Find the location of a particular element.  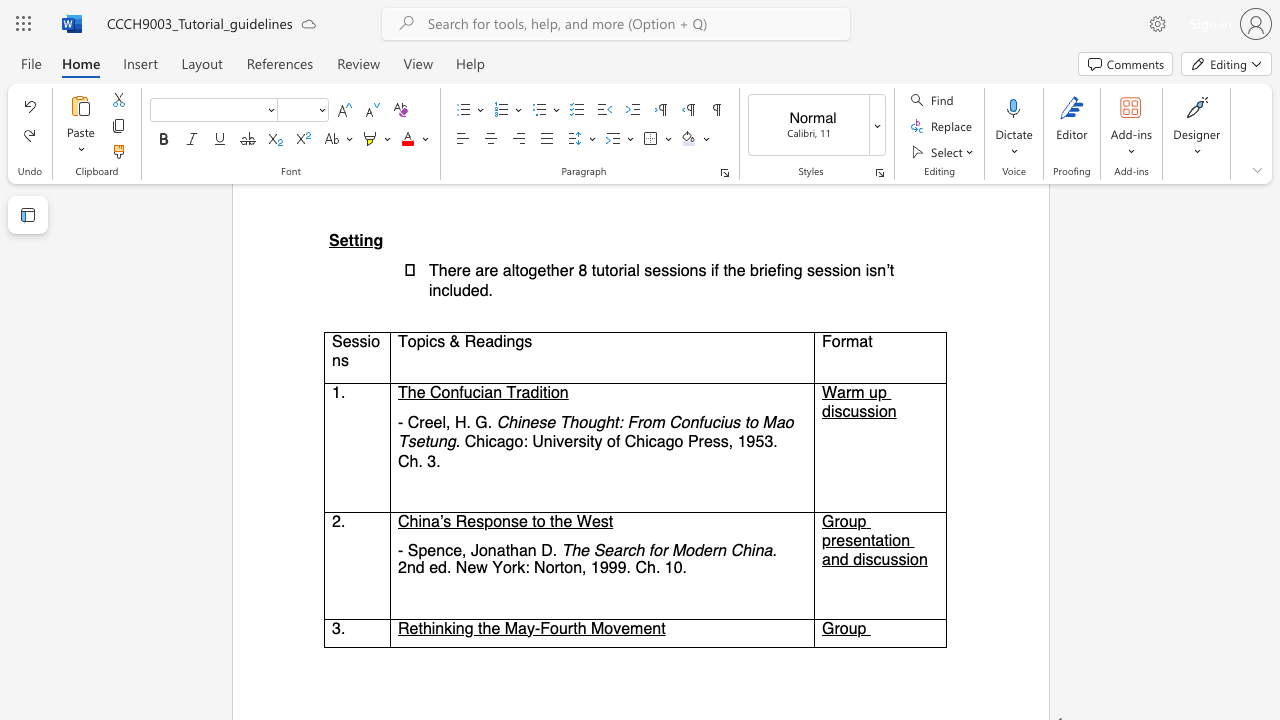

the 1th character "." in the text is located at coordinates (555, 550).